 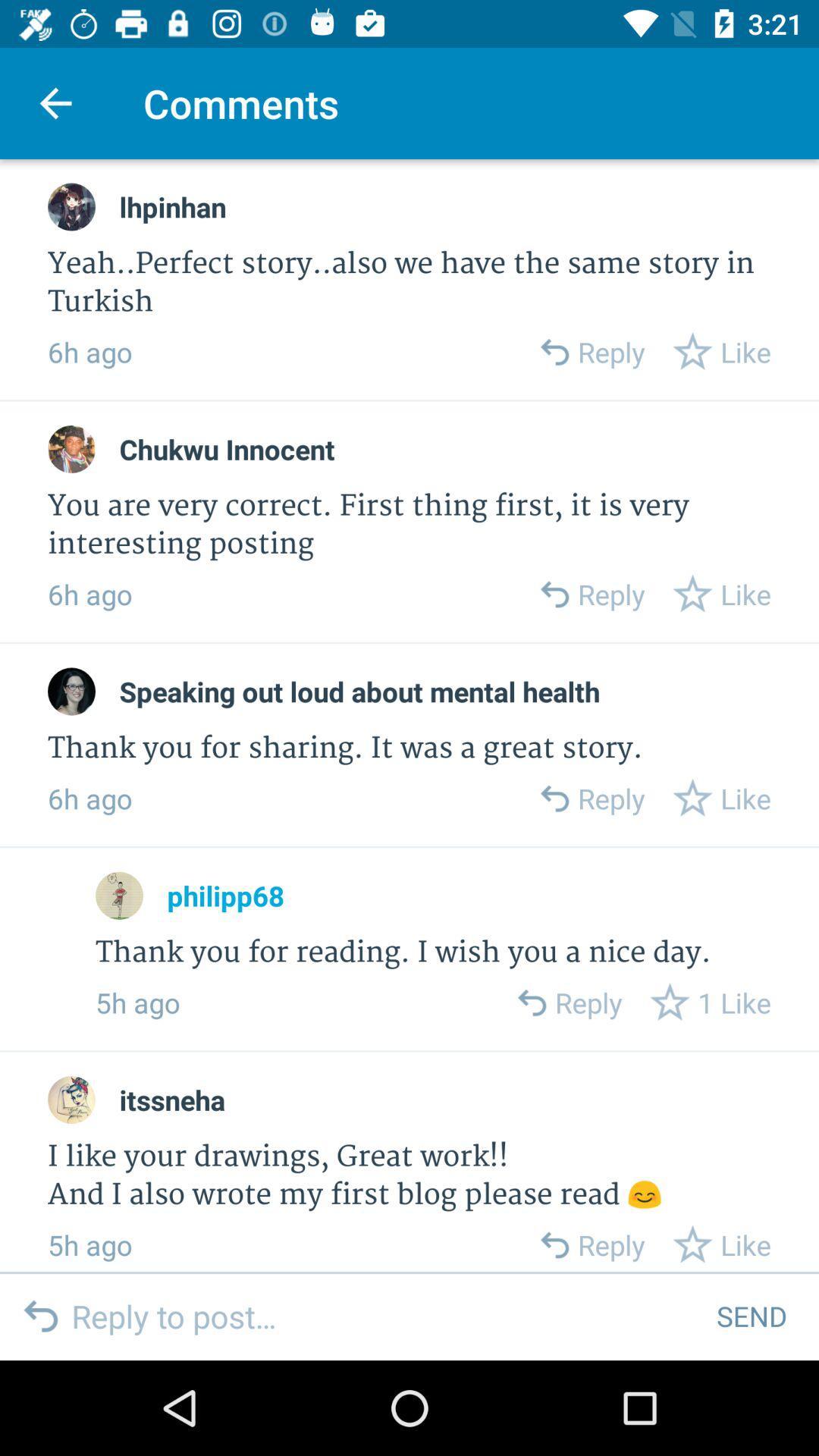 What do you see at coordinates (554, 1244) in the screenshot?
I see `go back` at bounding box center [554, 1244].